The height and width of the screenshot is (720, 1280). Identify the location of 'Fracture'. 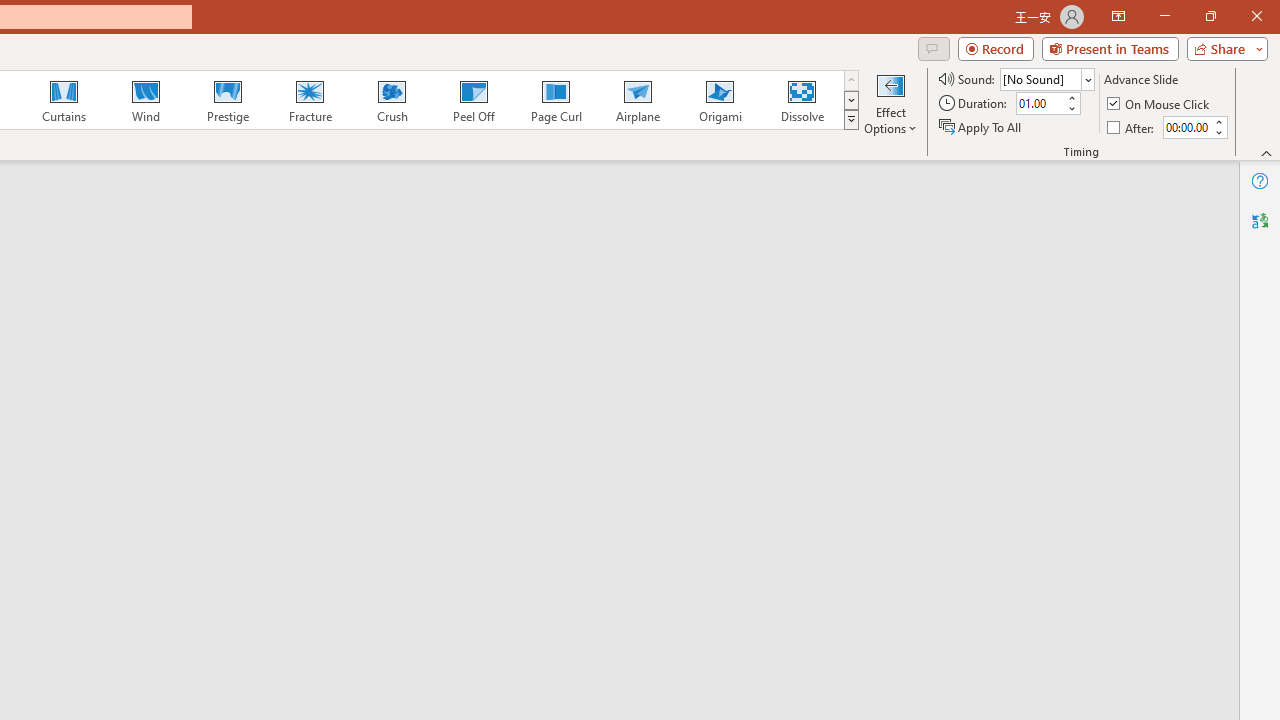
(308, 100).